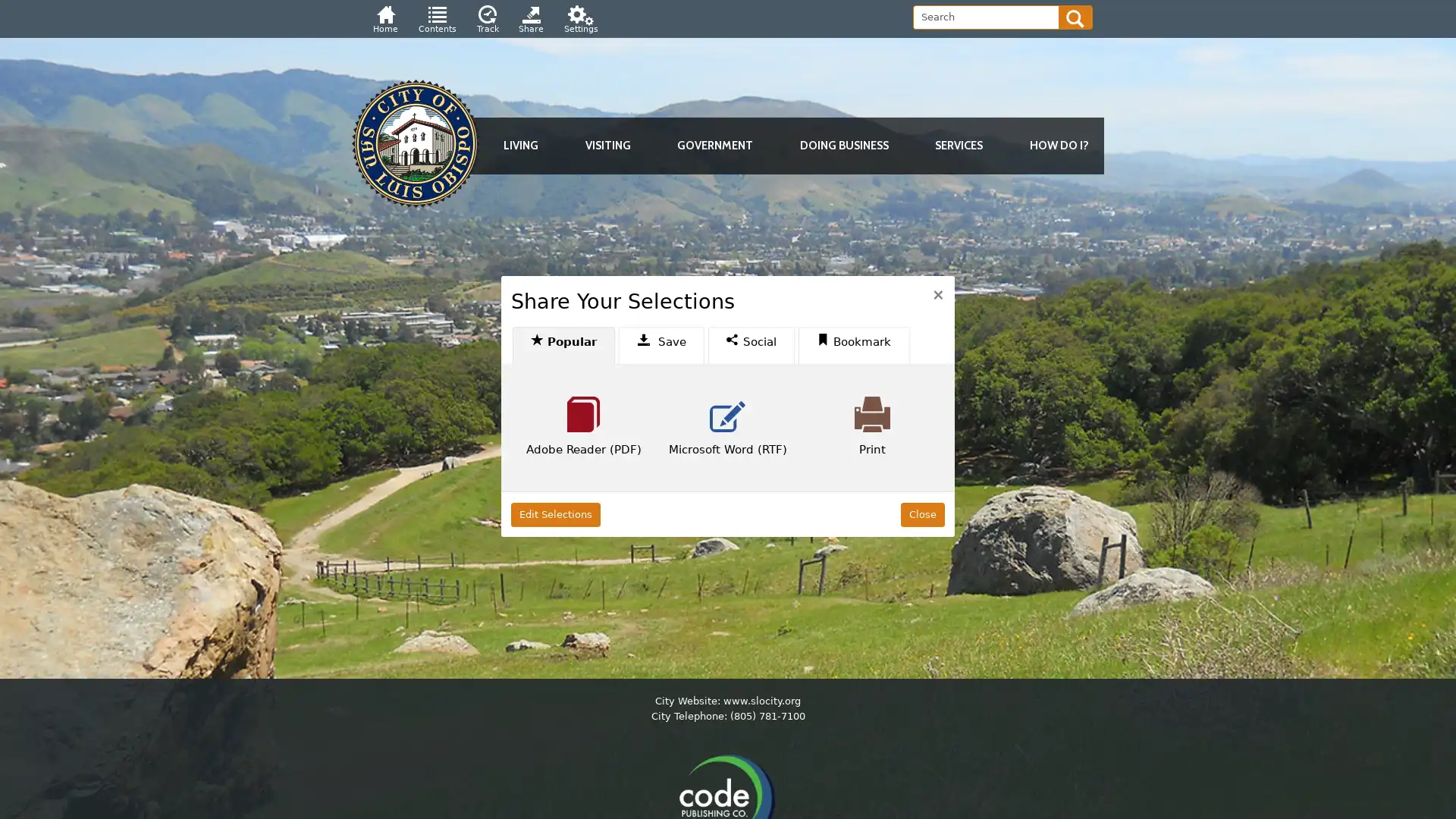 The height and width of the screenshot is (819, 1456). What do you see at coordinates (1075, 17) in the screenshot?
I see `Search all available documents for the term(s) you entered.` at bounding box center [1075, 17].